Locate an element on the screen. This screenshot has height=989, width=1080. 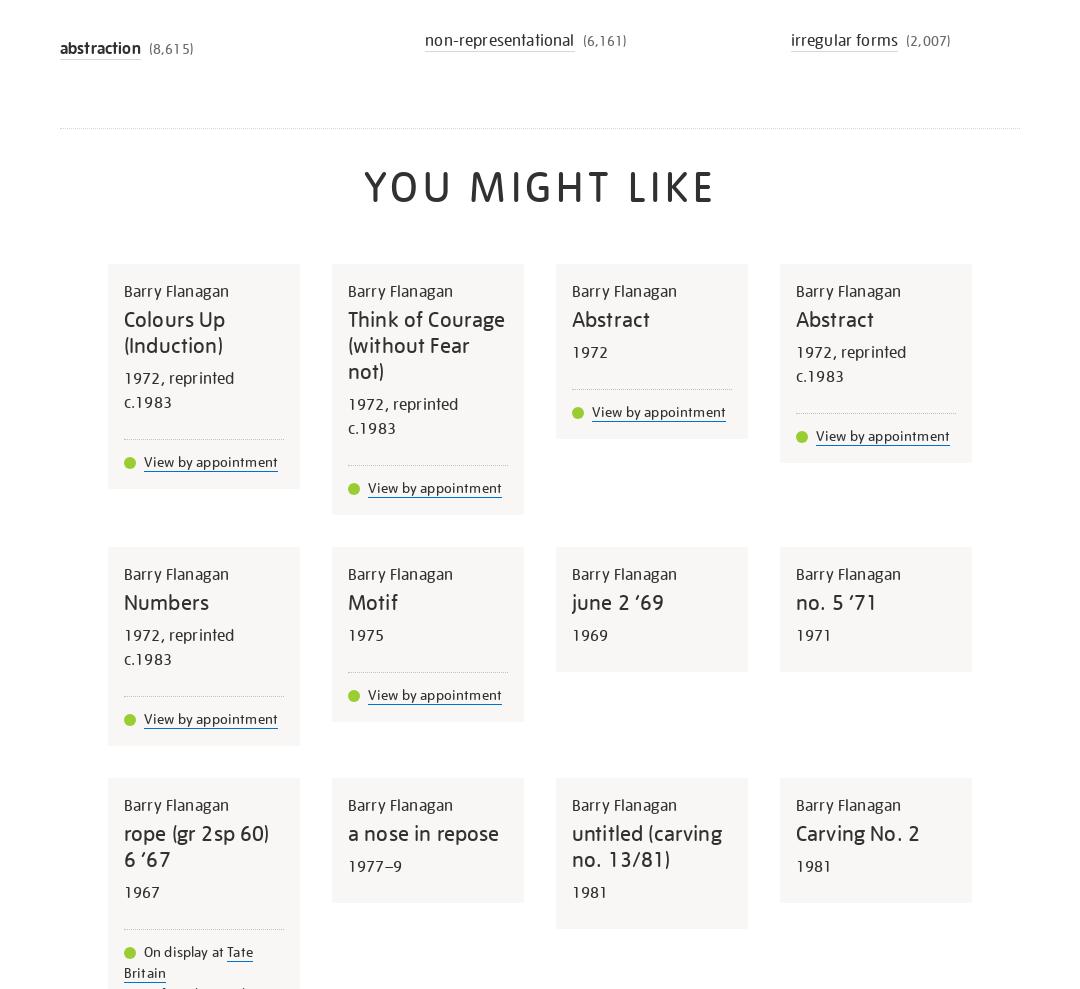
'Motif' is located at coordinates (346, 601).